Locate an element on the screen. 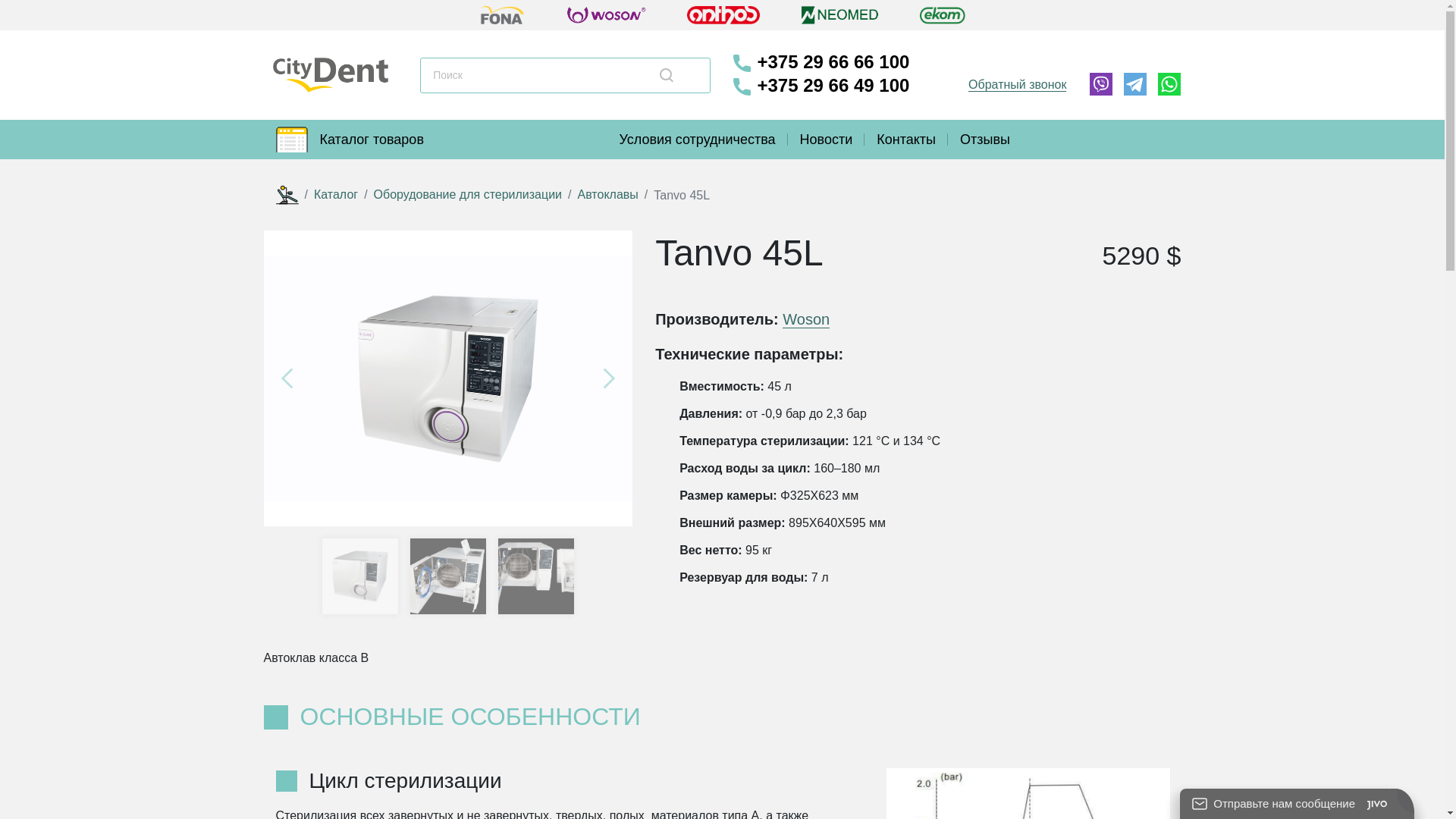 This screenshot has height=819, width=1456. 'Woson' is located at coordinates (805, 318).